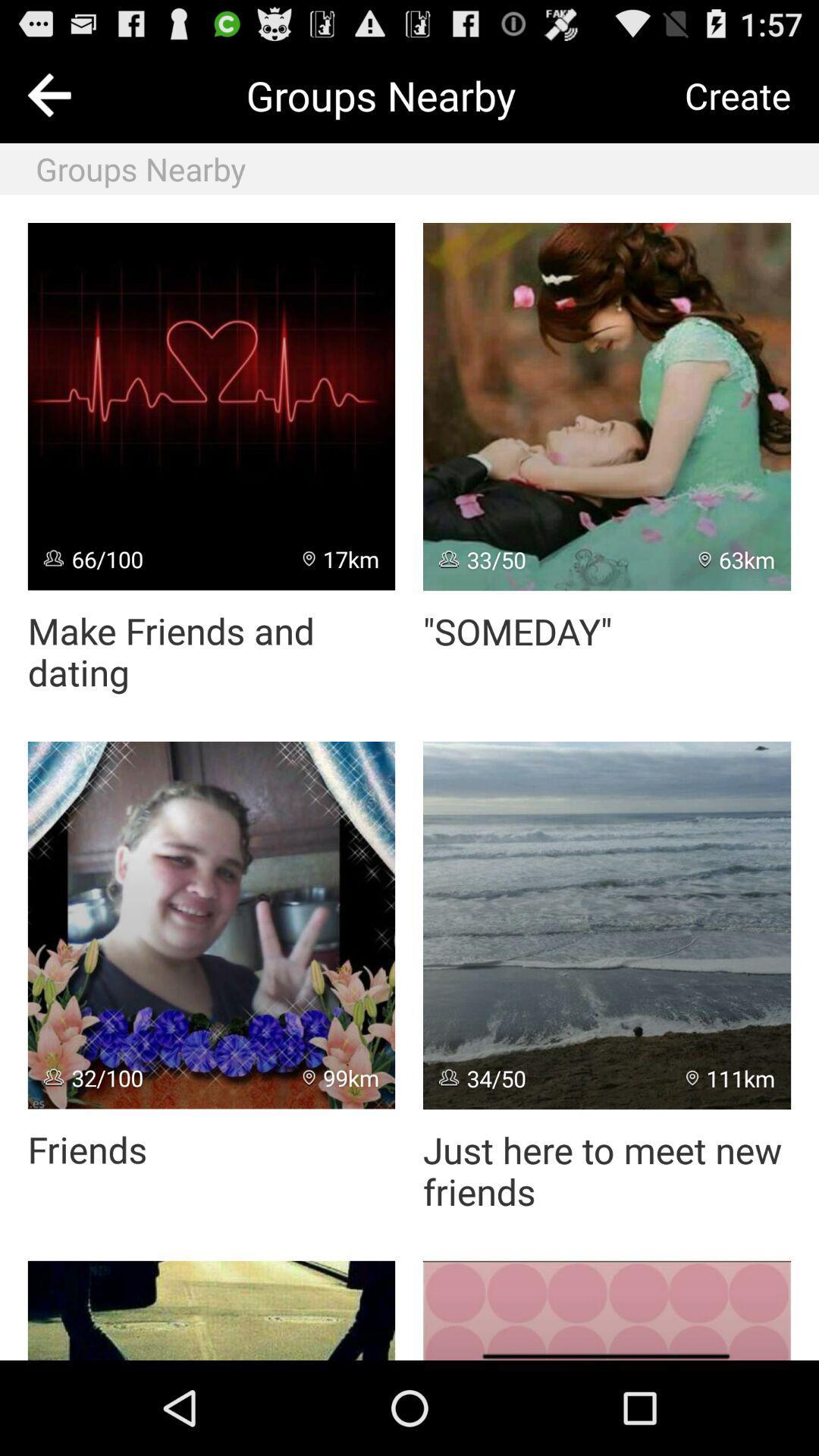 This screenshot has width=819, height=1456. I want to click on 63km icon, so click(736, 559).